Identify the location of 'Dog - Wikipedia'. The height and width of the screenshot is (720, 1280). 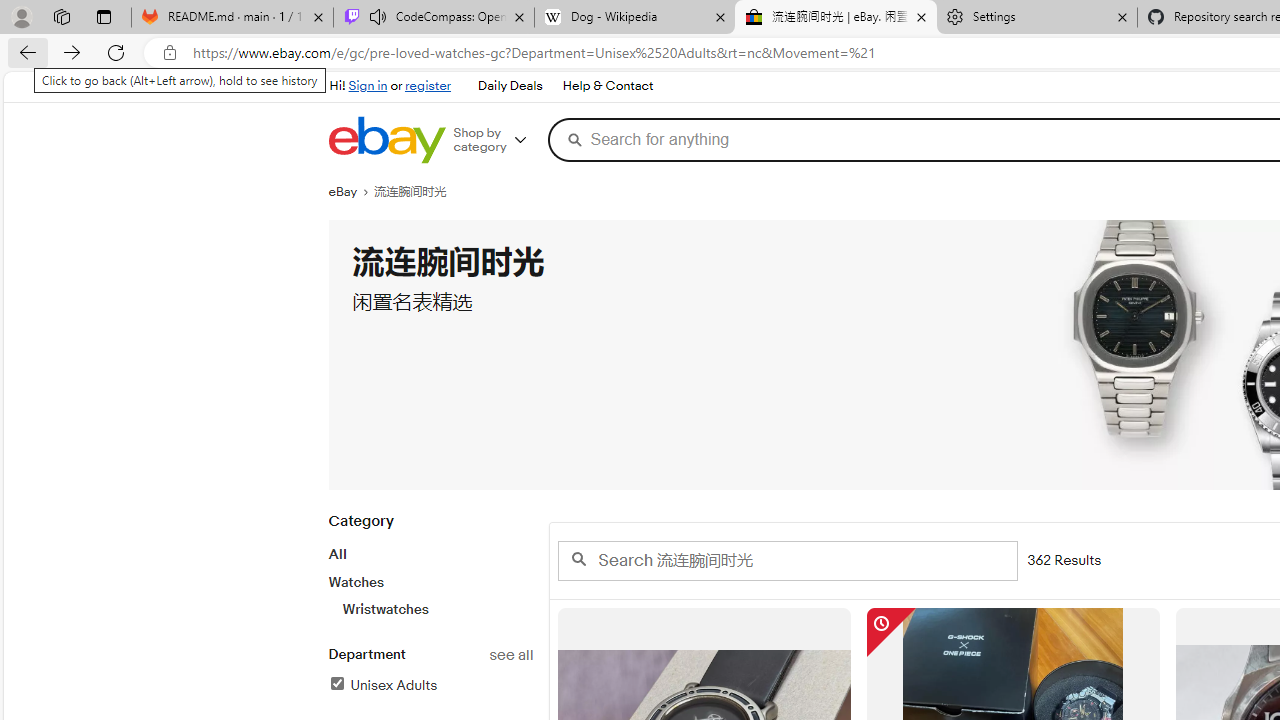
(633, 17).